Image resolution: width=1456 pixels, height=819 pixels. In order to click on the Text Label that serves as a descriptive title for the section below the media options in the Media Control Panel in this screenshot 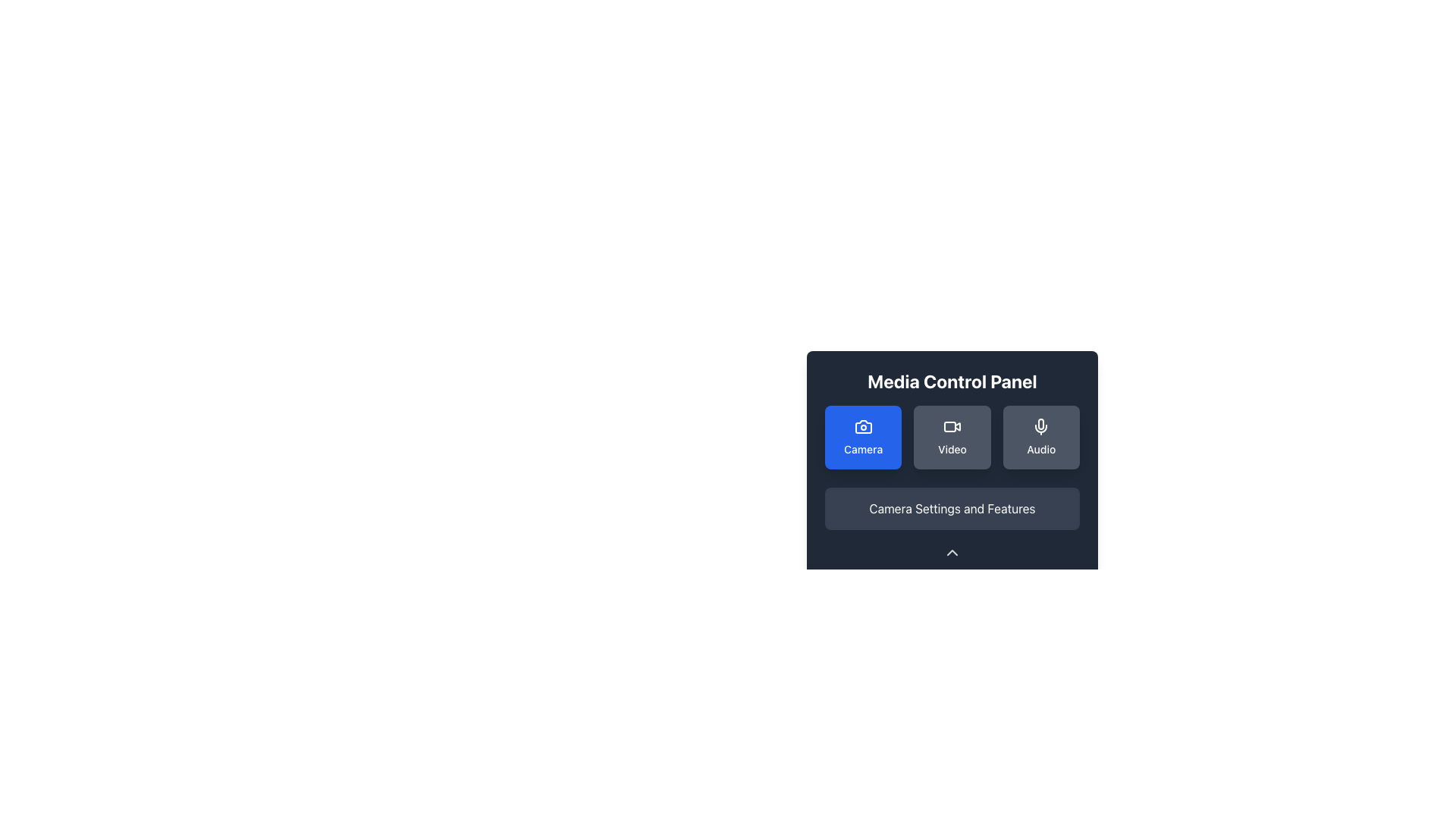, I will do `click(952, 509)`.